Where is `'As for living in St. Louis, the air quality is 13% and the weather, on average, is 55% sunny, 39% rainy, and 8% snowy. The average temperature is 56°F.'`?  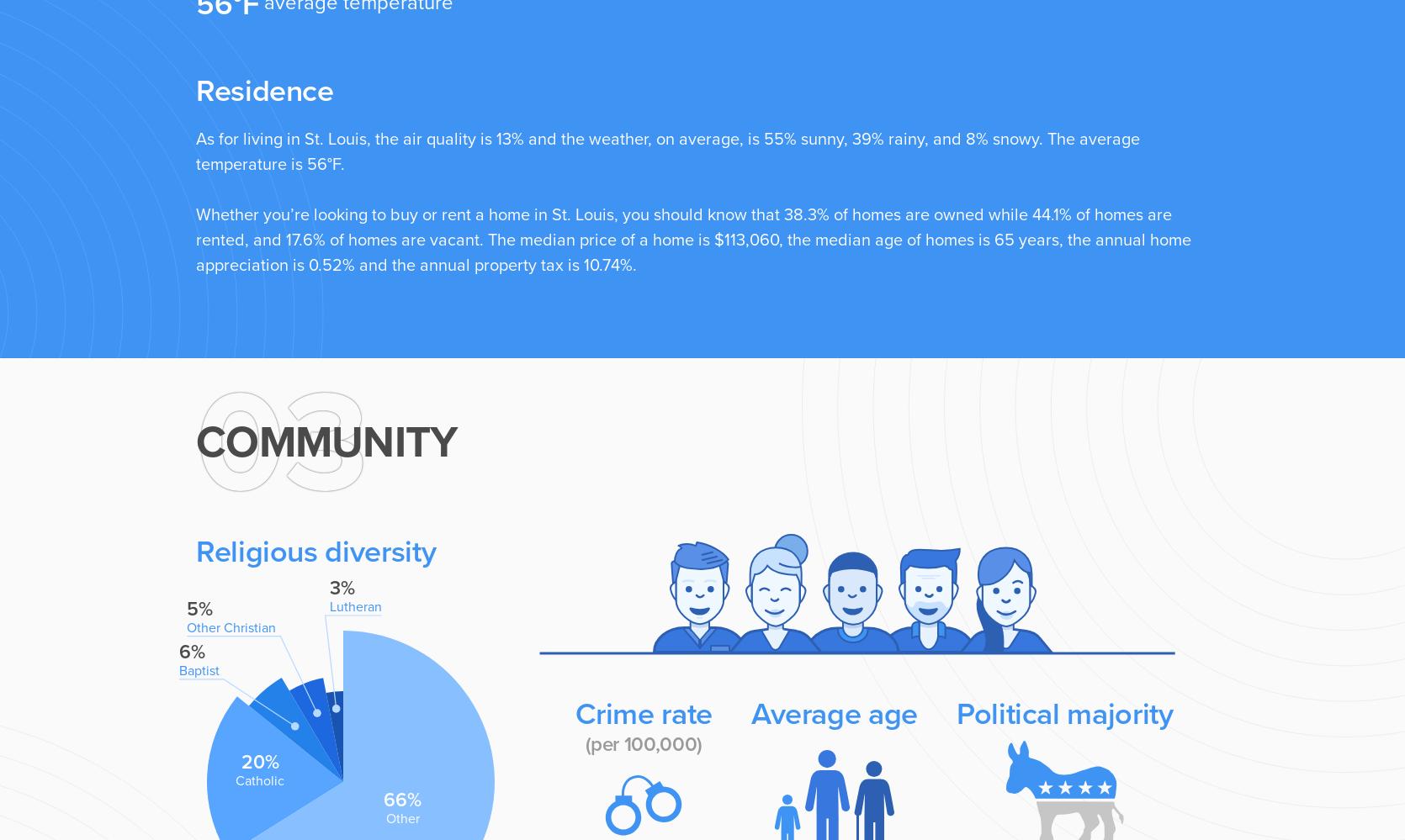 'As for living in St. Louis, the air quality is 13% and the weather, on average, is 55% sunny, 39% rainy, and 8% snowy. The average temperature is 56°F.' is located at coordinates (666, 151).